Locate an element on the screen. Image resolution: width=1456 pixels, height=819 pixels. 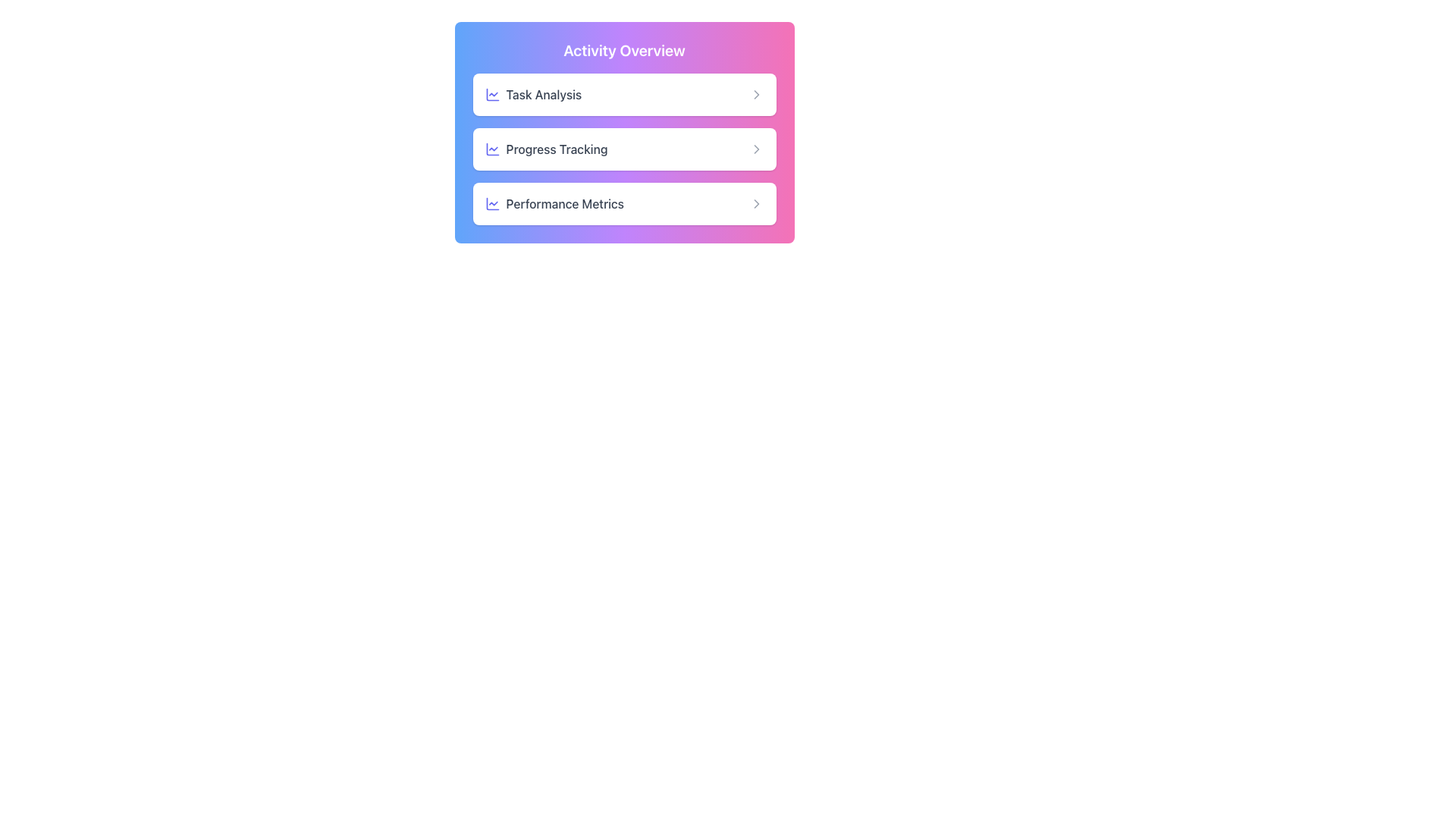
the actionable icon located at the far right of the 'Performance Metrics' button, which indicates that clicking it will navigate or expand further content is located at coordinates (756, 203).